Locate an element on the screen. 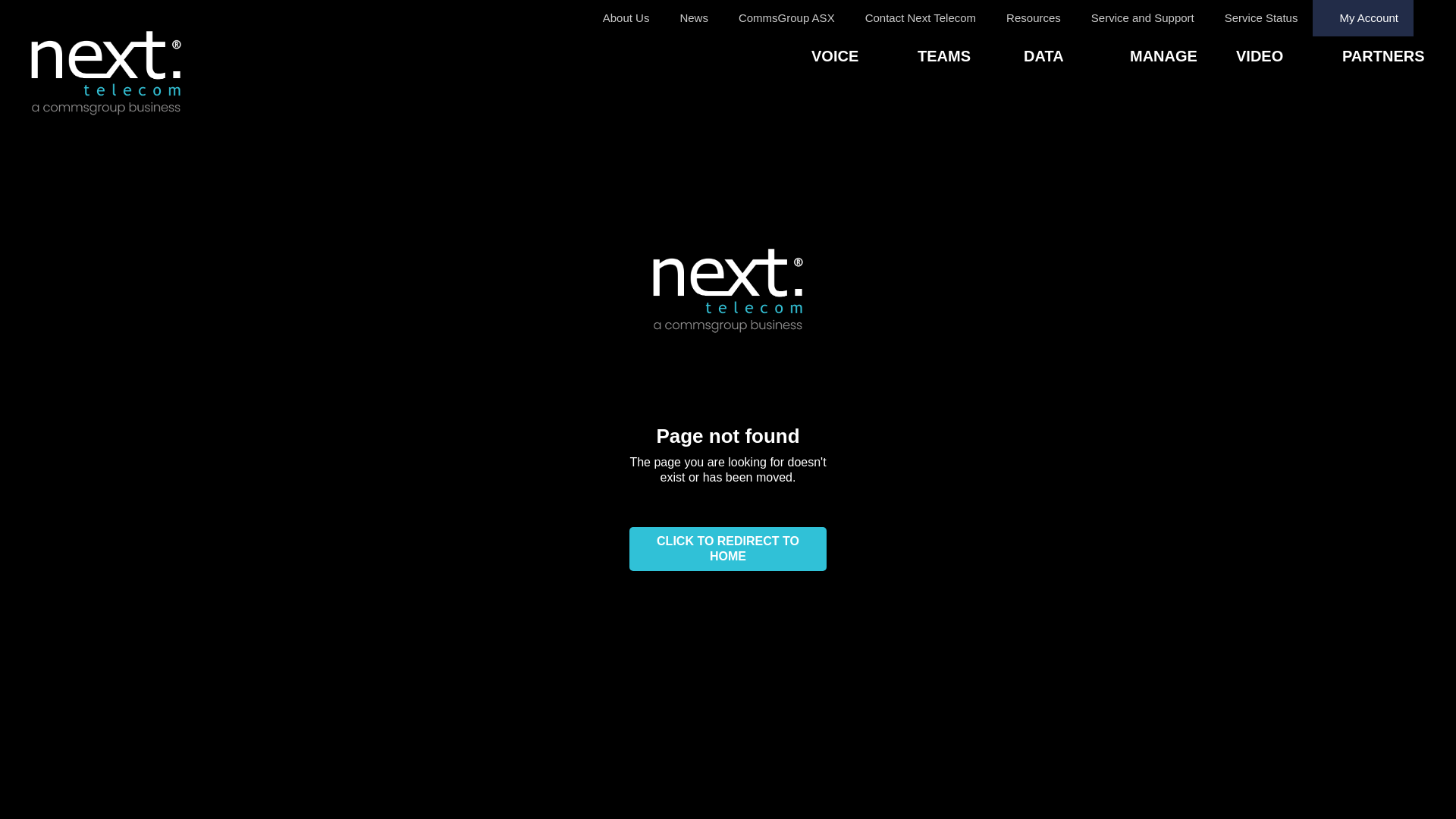 The image size is (1456, 819). 'PARTNERS' is located at coordinates (1342, 57).